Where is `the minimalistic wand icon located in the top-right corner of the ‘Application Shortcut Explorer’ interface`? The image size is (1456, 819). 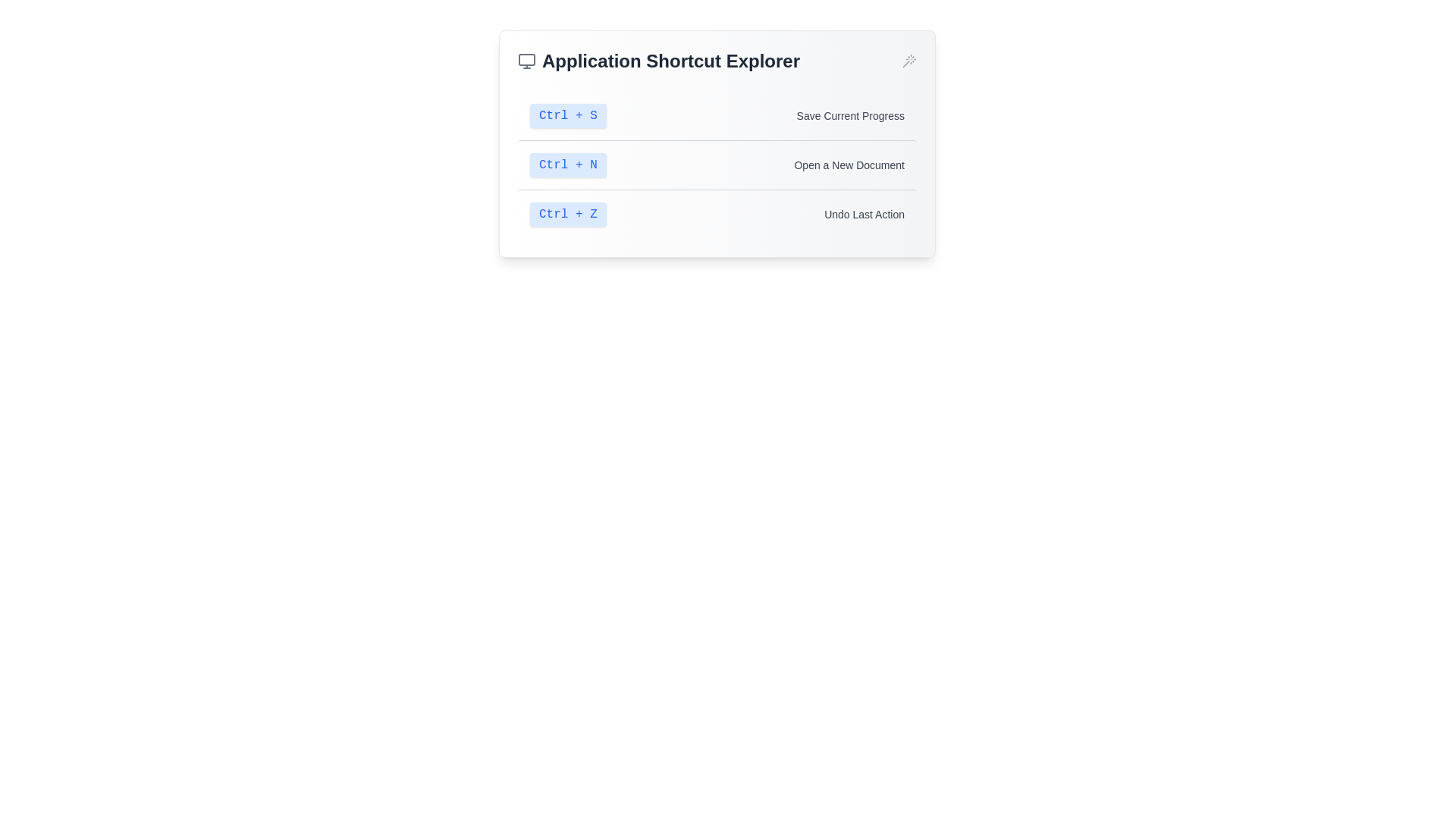
the minimalistic wand icon located in the top-right corner of the ‘Application Shortcut Explorer’ interface is located at coordinates (909, 61).